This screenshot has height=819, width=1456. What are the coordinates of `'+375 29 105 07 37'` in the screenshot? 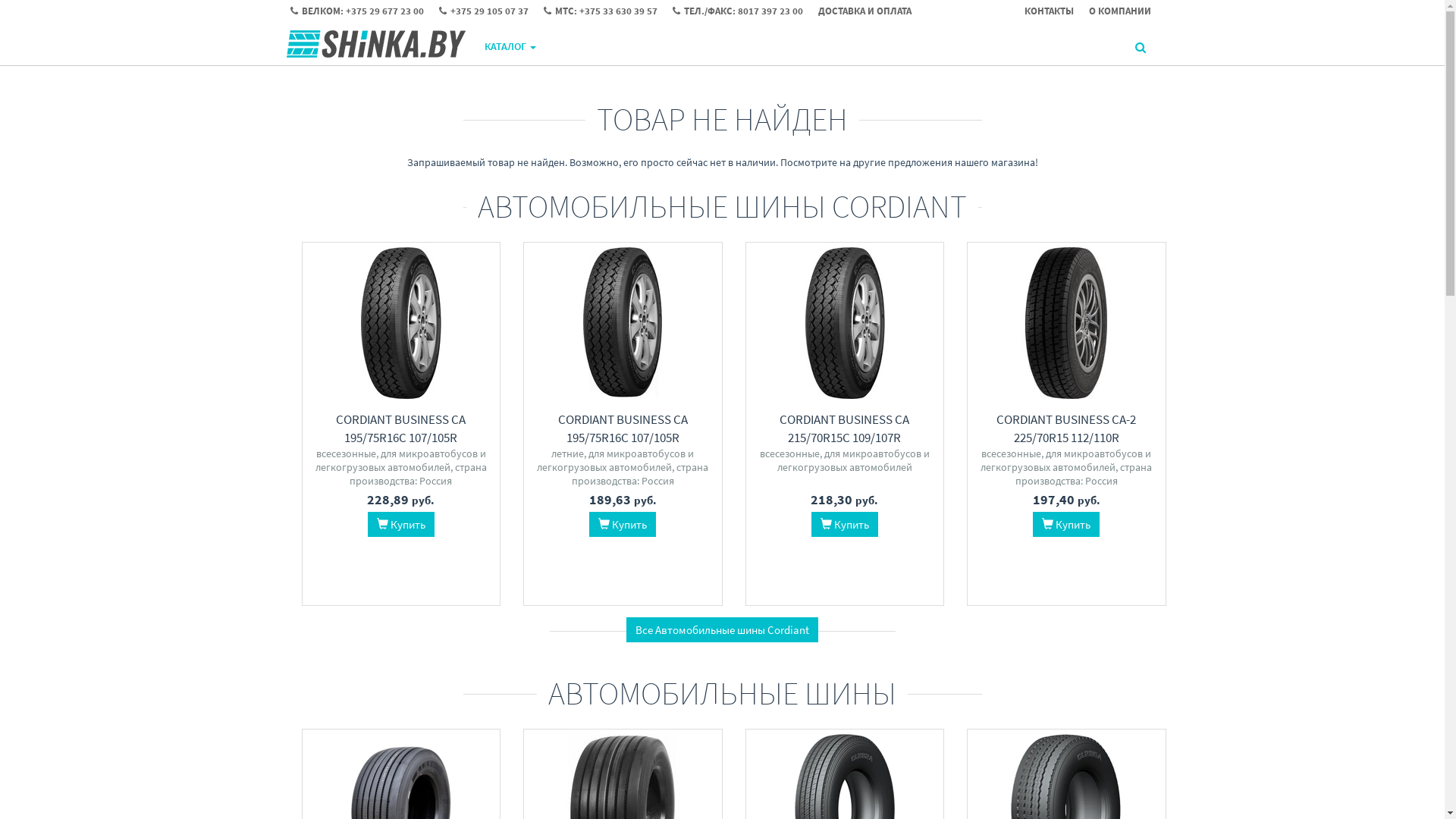 It's located at (491, 11).